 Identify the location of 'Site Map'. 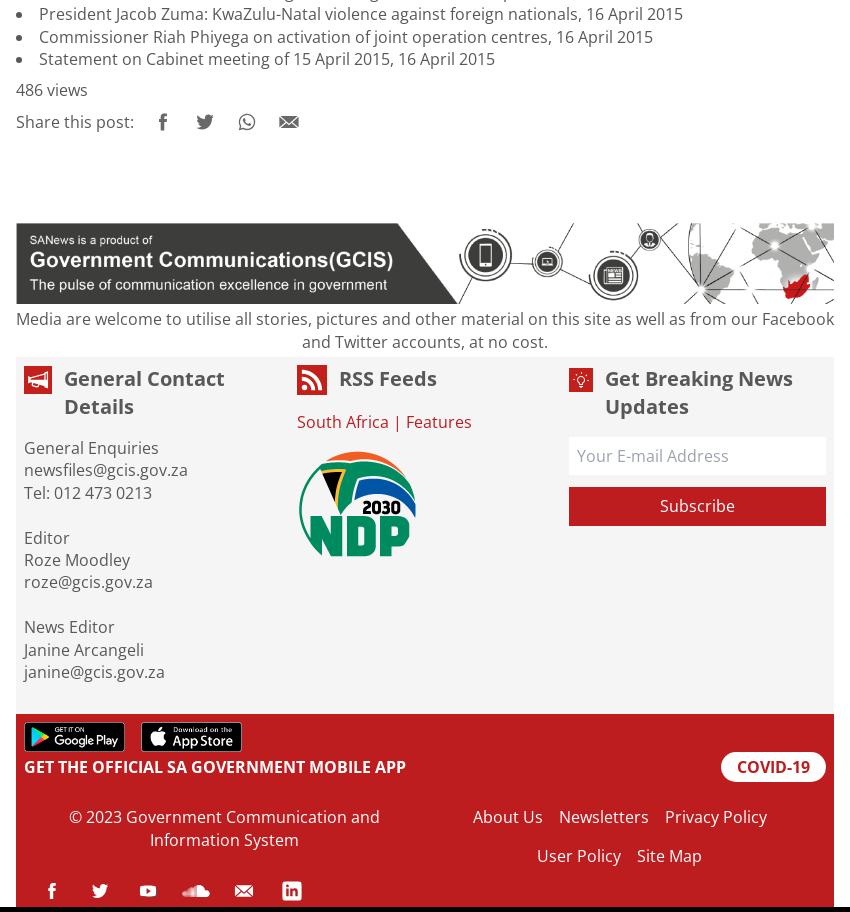
(669, 855).